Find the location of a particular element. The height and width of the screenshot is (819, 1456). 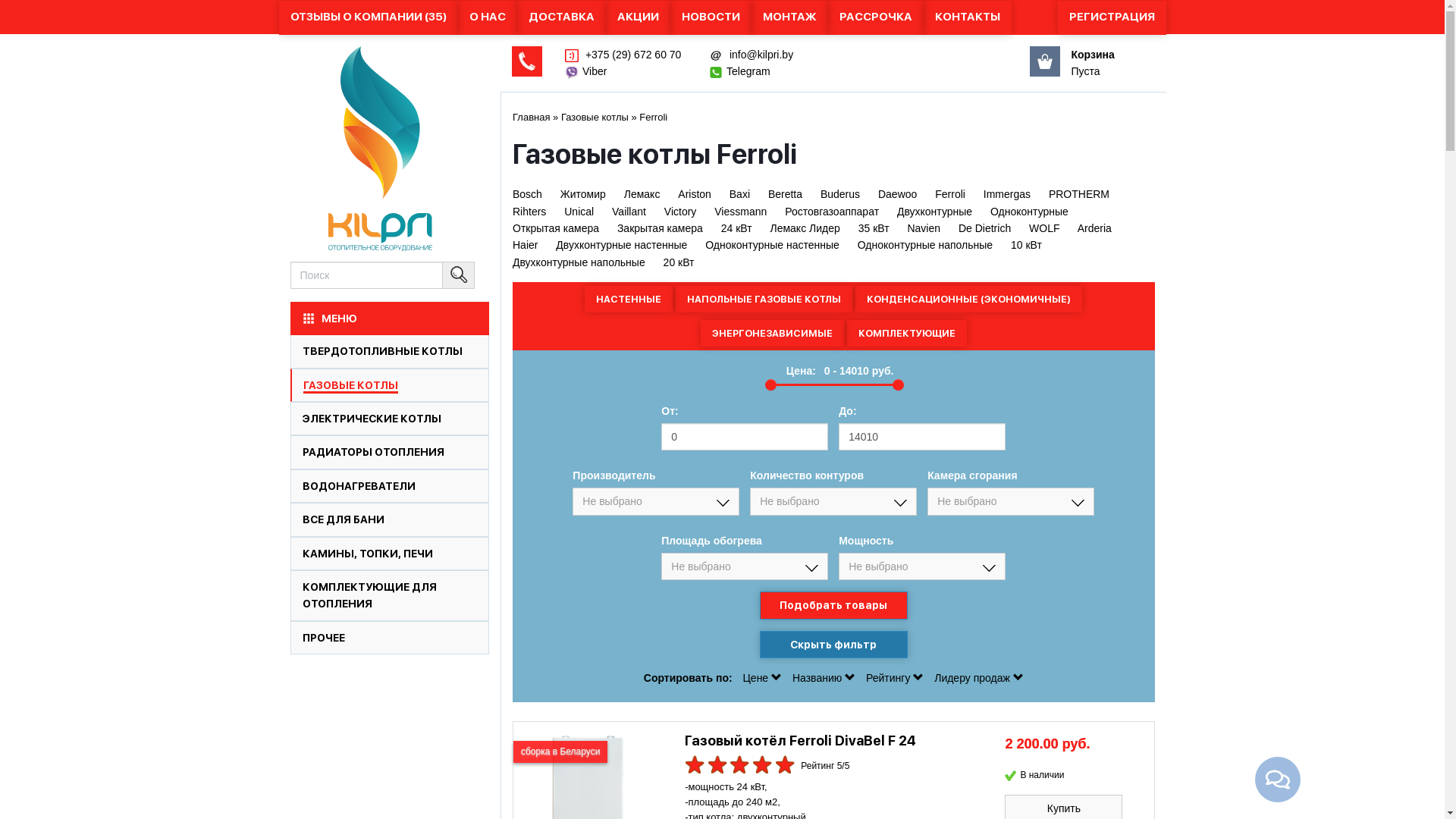

'PROTHERM' is located at coordinates (1078, 193).